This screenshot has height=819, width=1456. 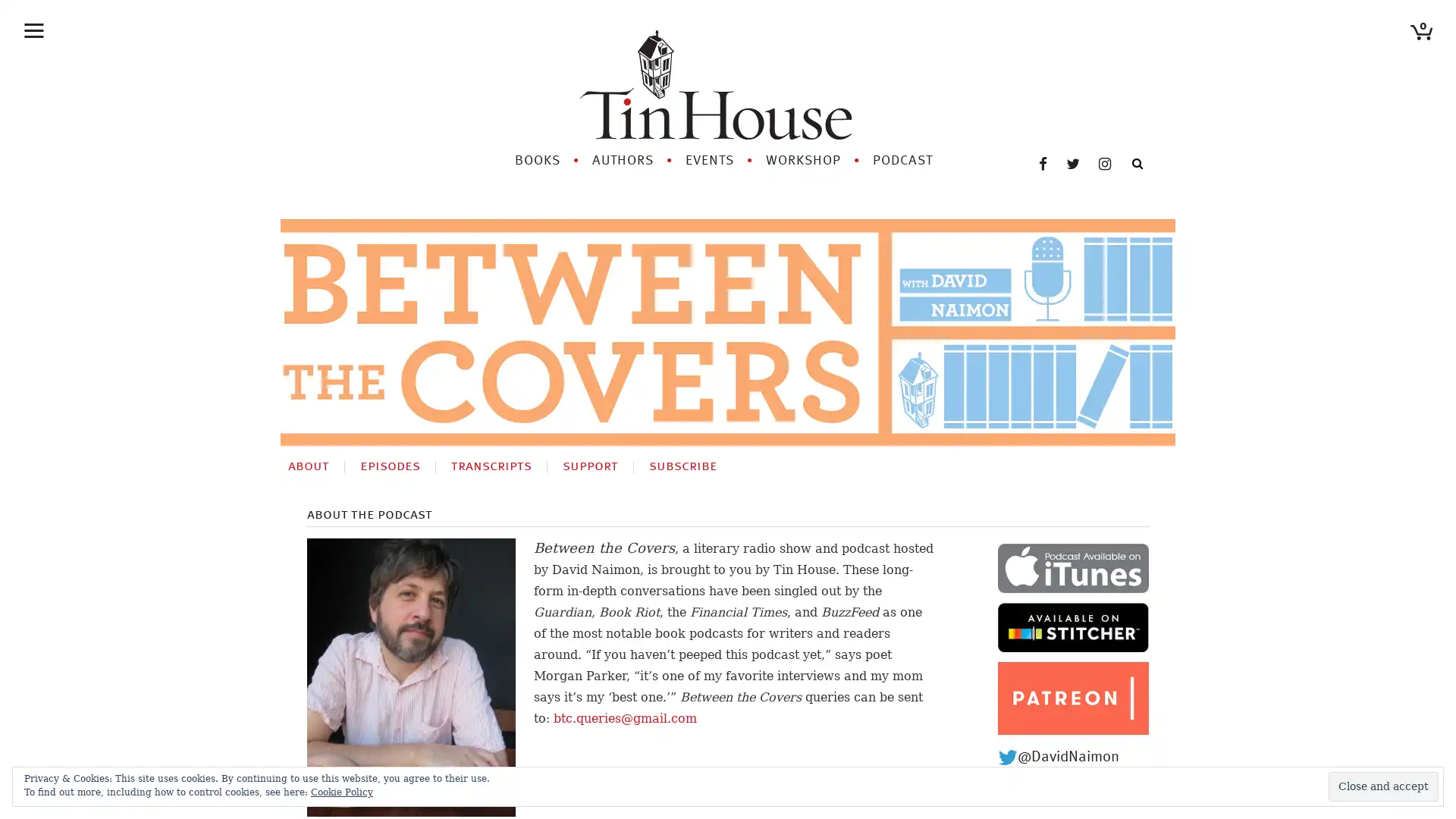 What do you see at coordinates (1383, 786) in the screenshot?
I see `Close and accept` at bounding box center [1383, 786].